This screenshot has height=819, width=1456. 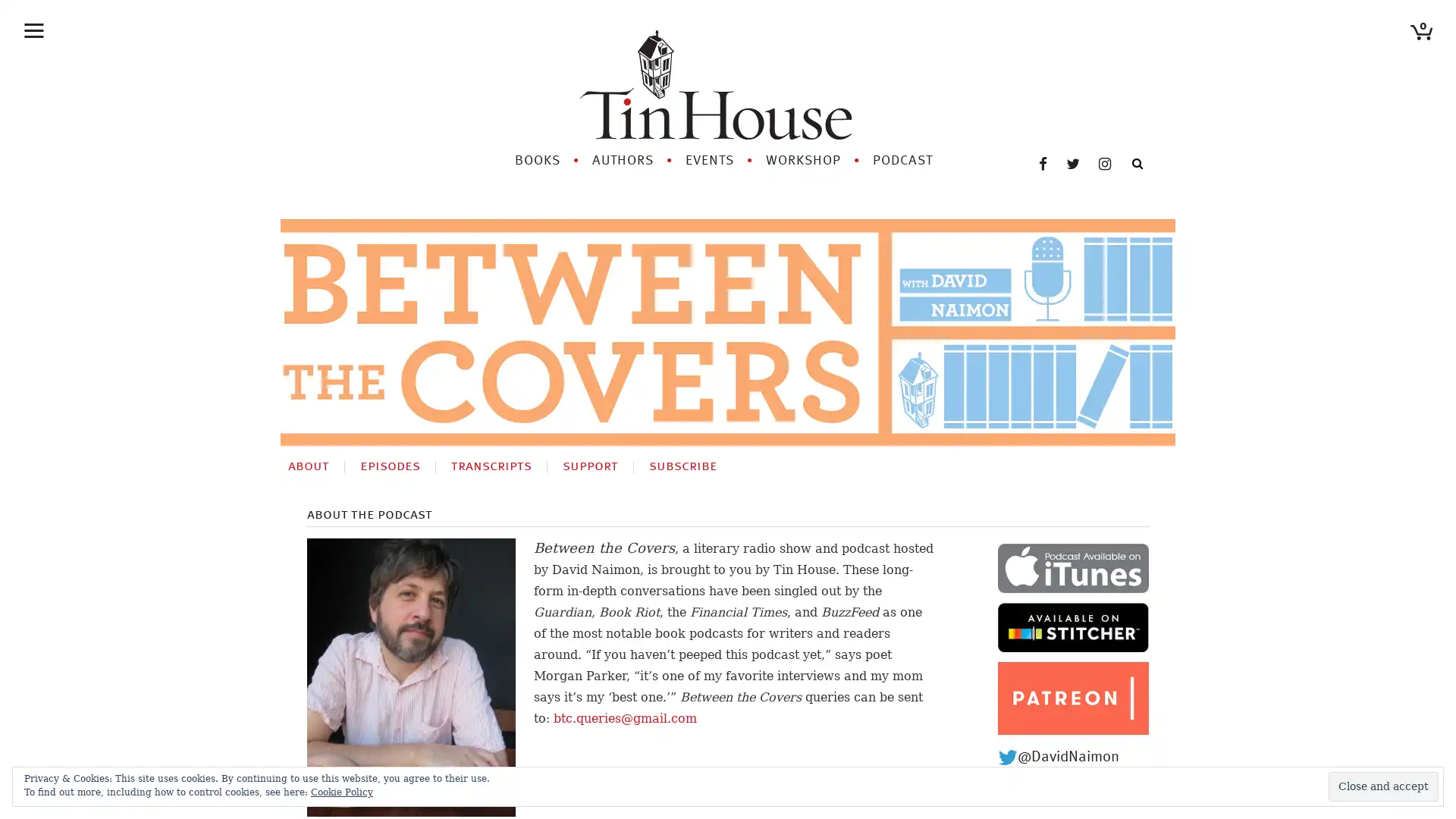 What do you see at coordinates (1383, 786) in the screenshot?
I see `Close and accept` at bounding box center [1383, 786].